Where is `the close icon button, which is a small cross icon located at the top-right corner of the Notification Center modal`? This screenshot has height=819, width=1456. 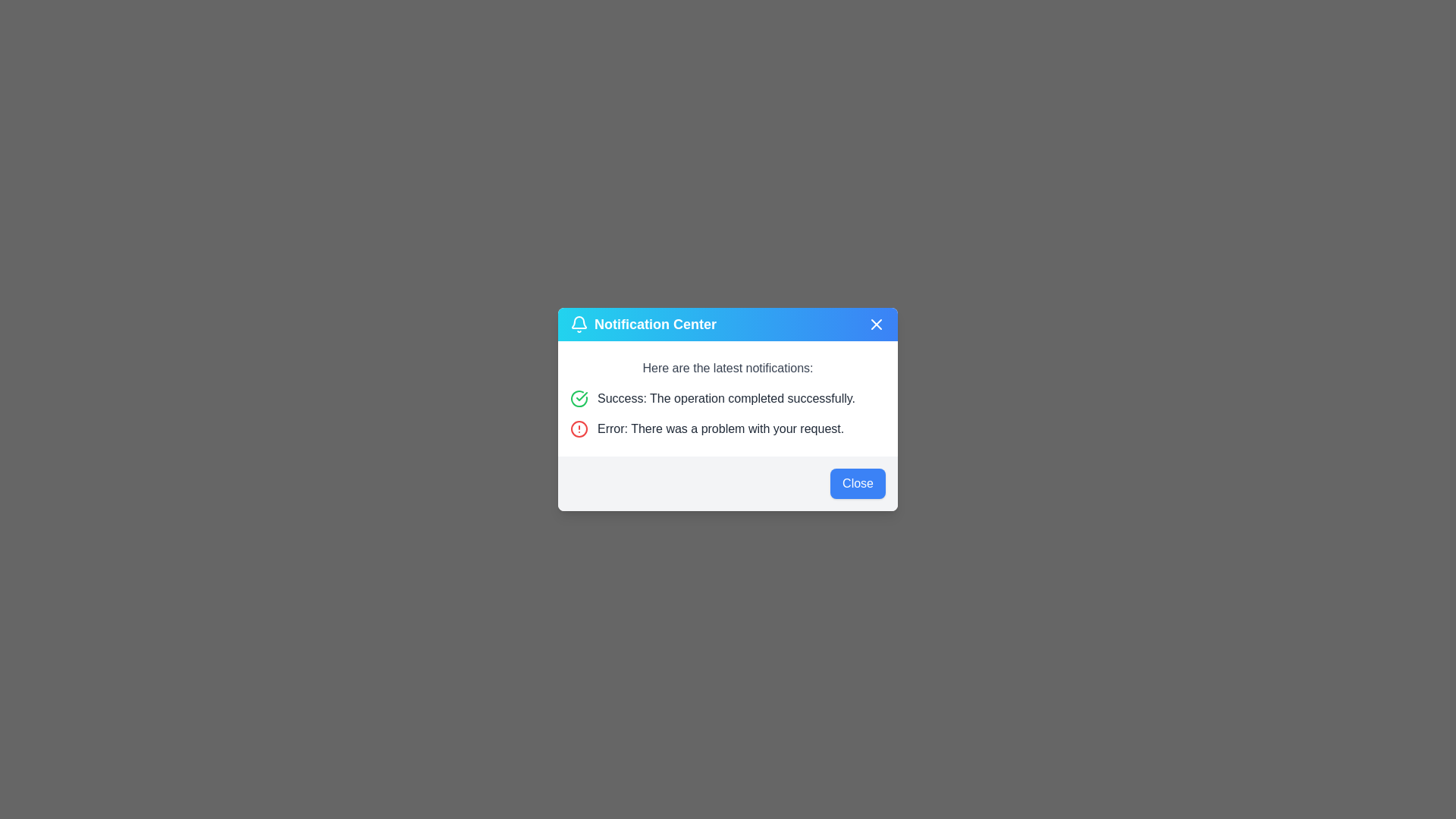 the close icon button, which is a small cross icon located at the top-right corner of the Notification Center modal is located at coordinates (877, 324).